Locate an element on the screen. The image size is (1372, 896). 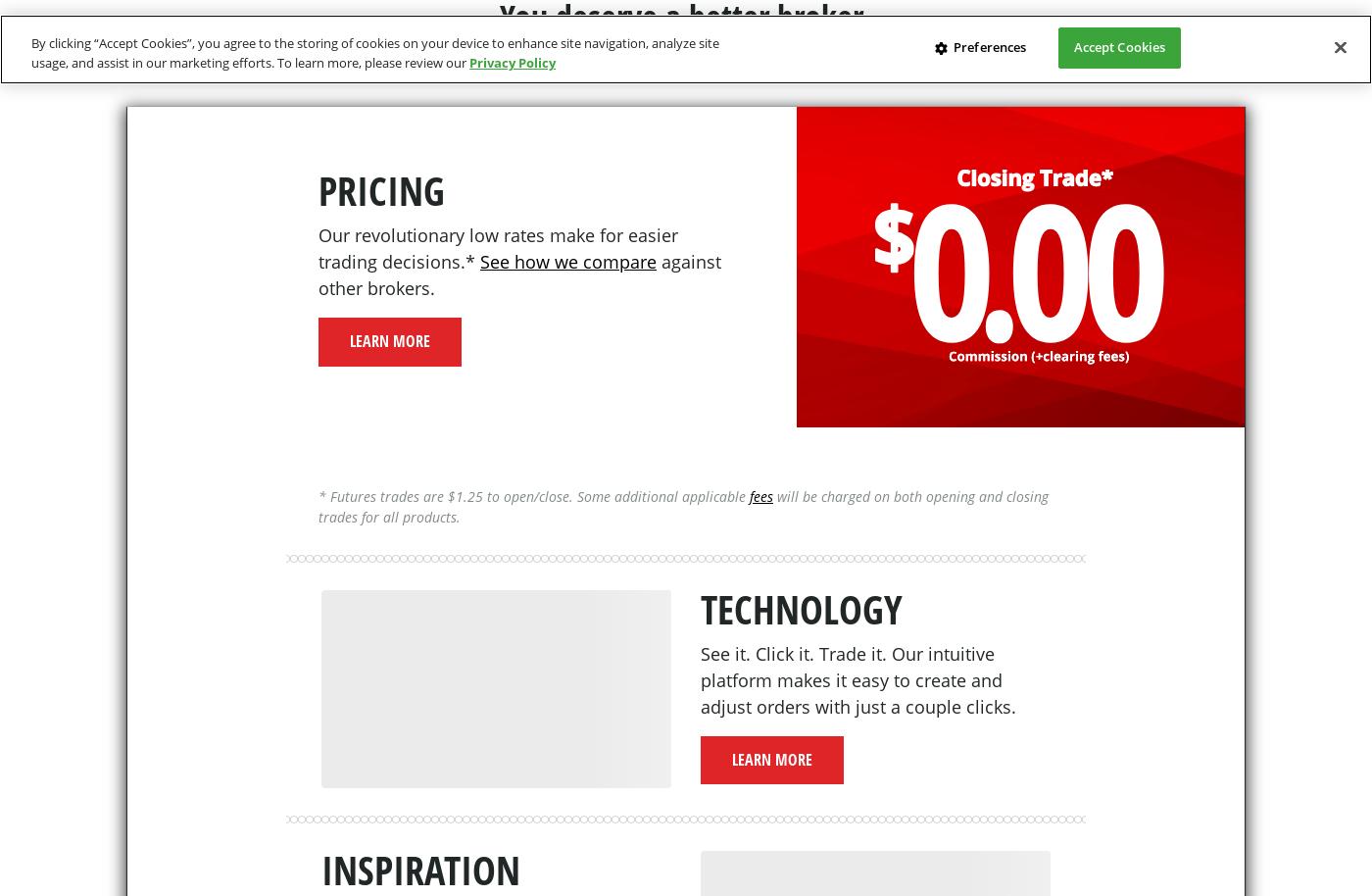
'* Futures trades are $1.25 to open/close. Some additional applicable' is located at coordinates (534, 494).